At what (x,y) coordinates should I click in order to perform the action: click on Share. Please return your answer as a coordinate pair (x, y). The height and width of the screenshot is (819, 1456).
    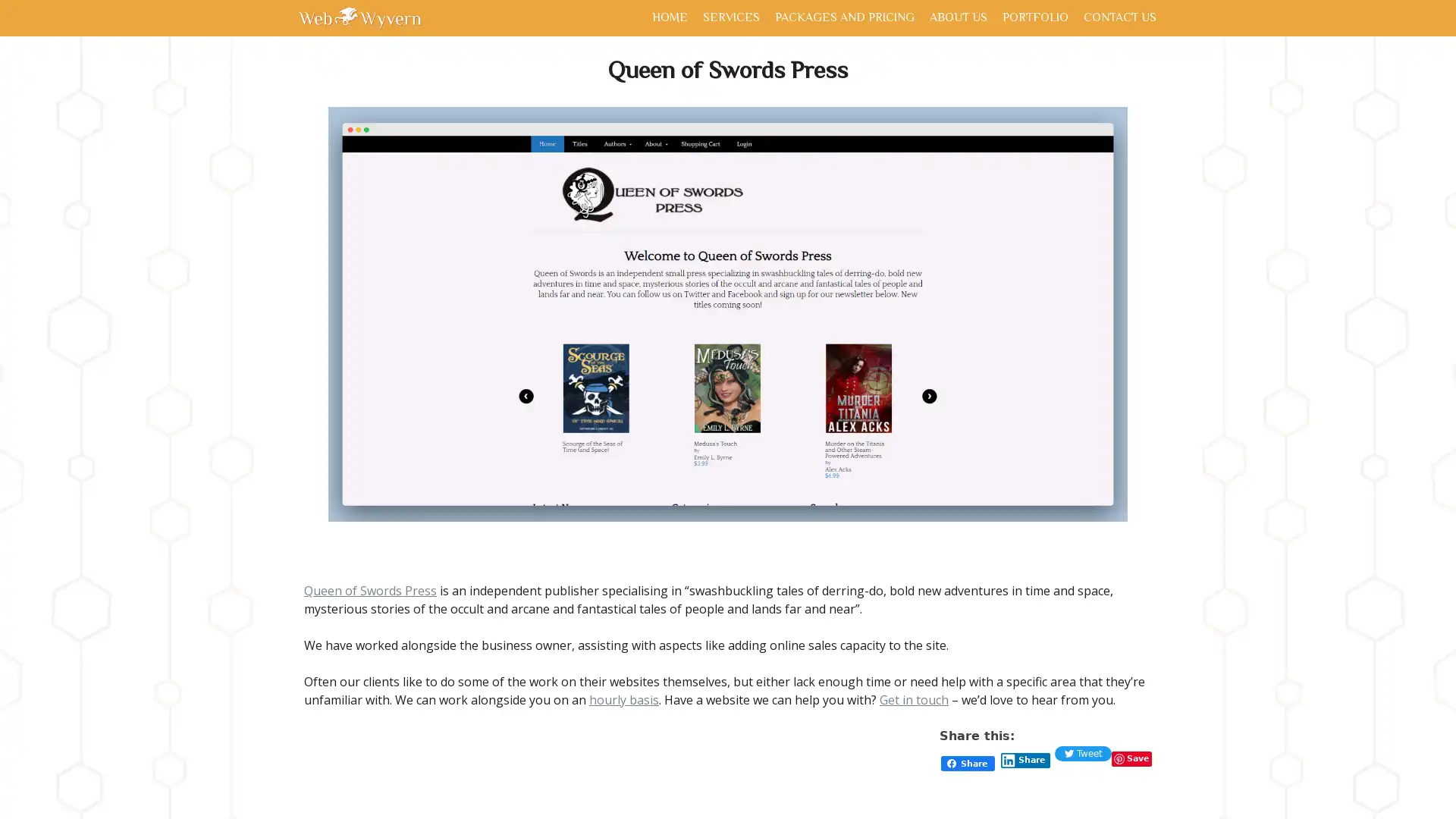
    Looking at the image, I should click on (1025, 760).